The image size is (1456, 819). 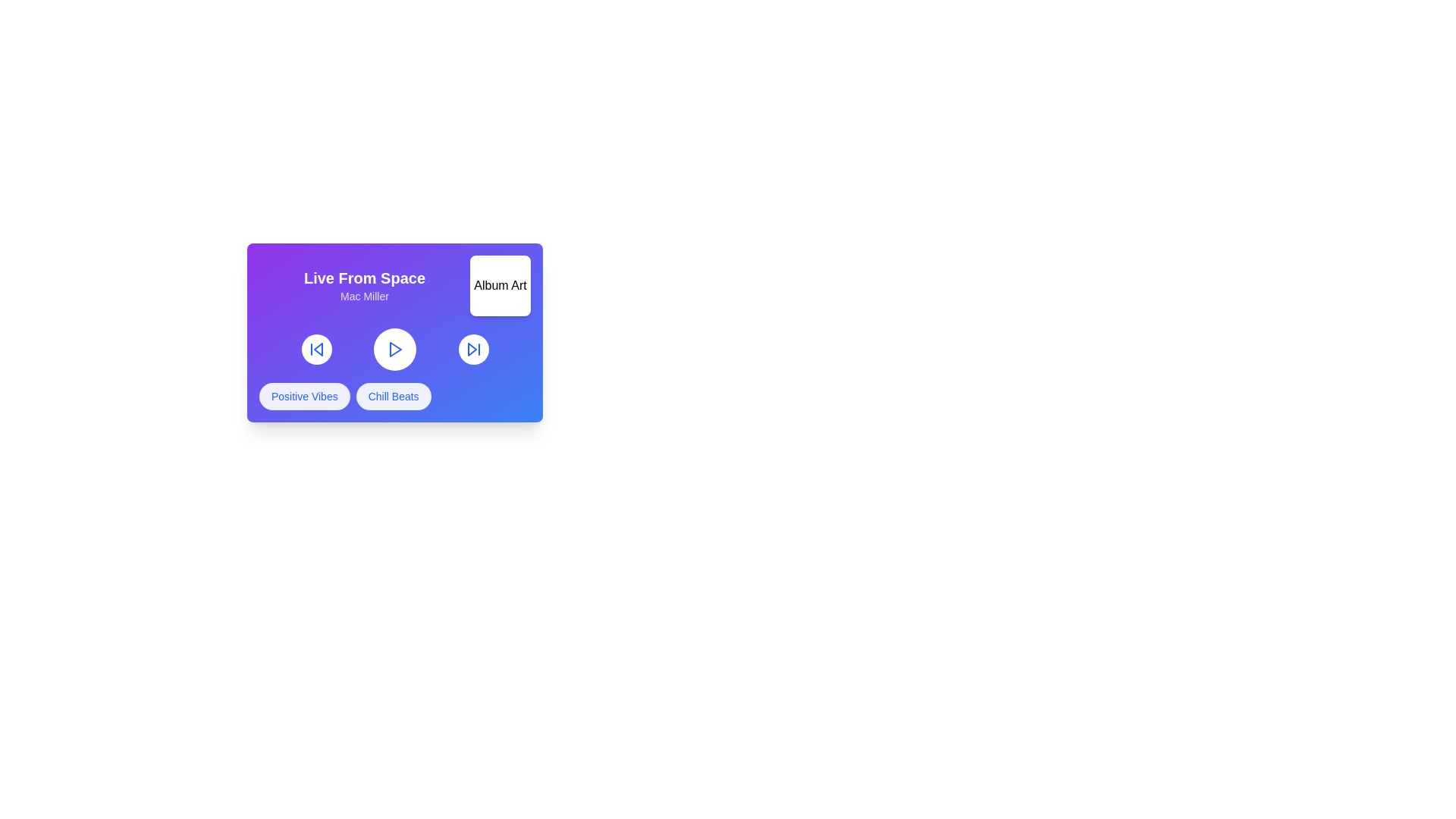 I want to click on the text label reading 'Mac Miller', which is styled in small gray font and positioned below 'Live From Space' within the music player interface, so click(x=364, y=296).